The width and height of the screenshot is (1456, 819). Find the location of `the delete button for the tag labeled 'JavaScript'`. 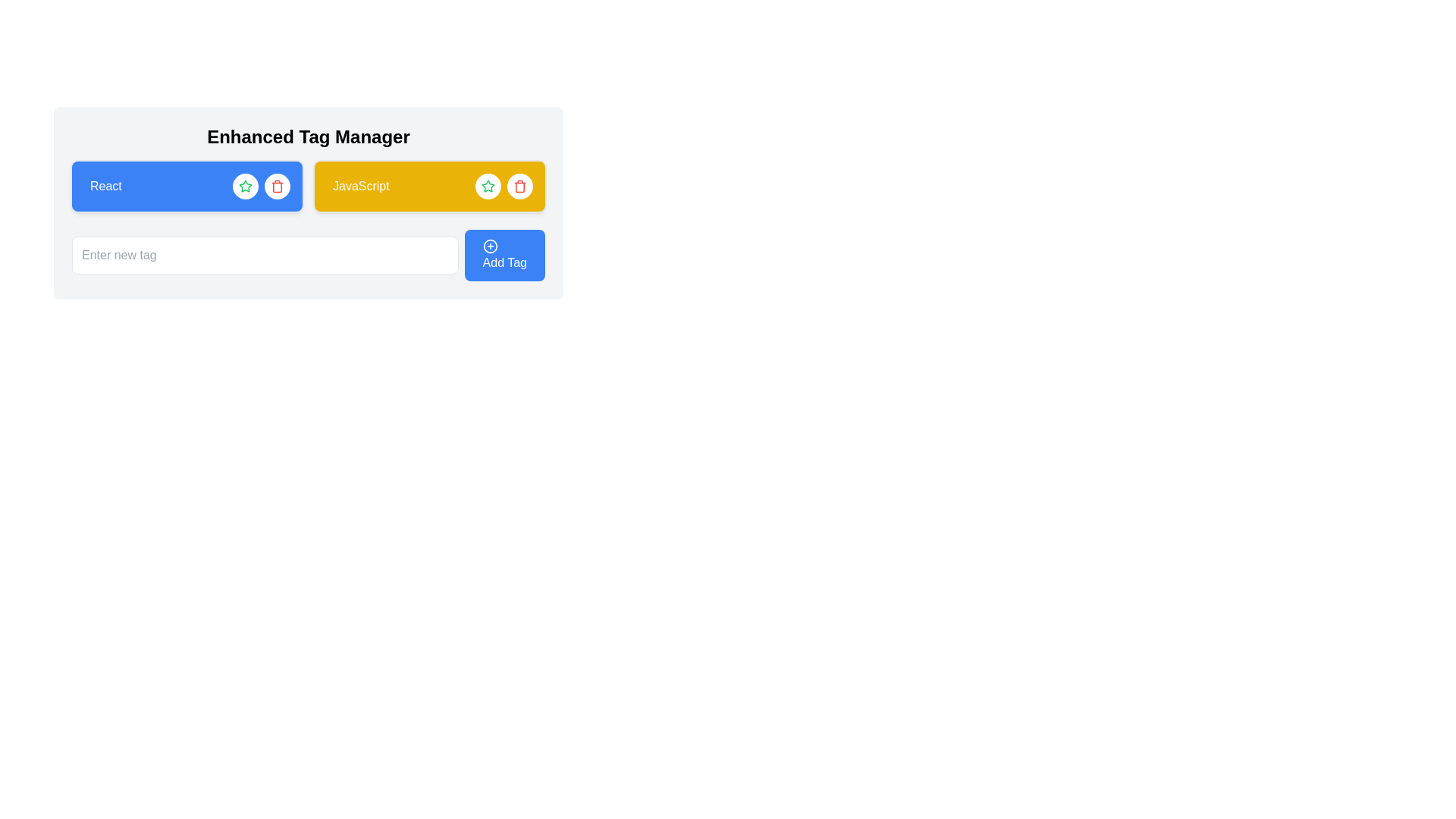

the delete button for the tag labeled 'JavaScript' is located at coordinates (520, 186).